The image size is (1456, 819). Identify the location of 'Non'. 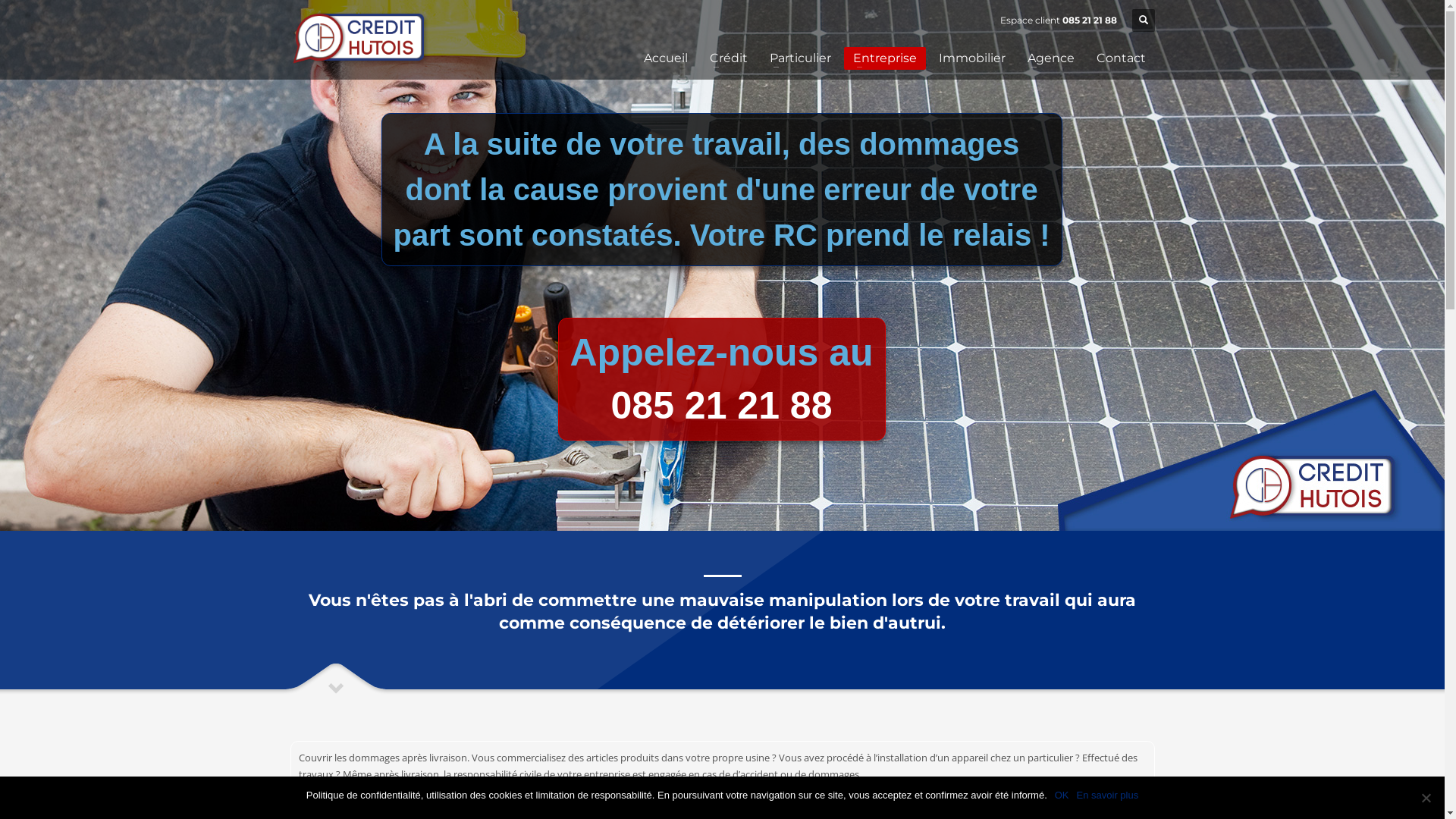
(1425, 797).